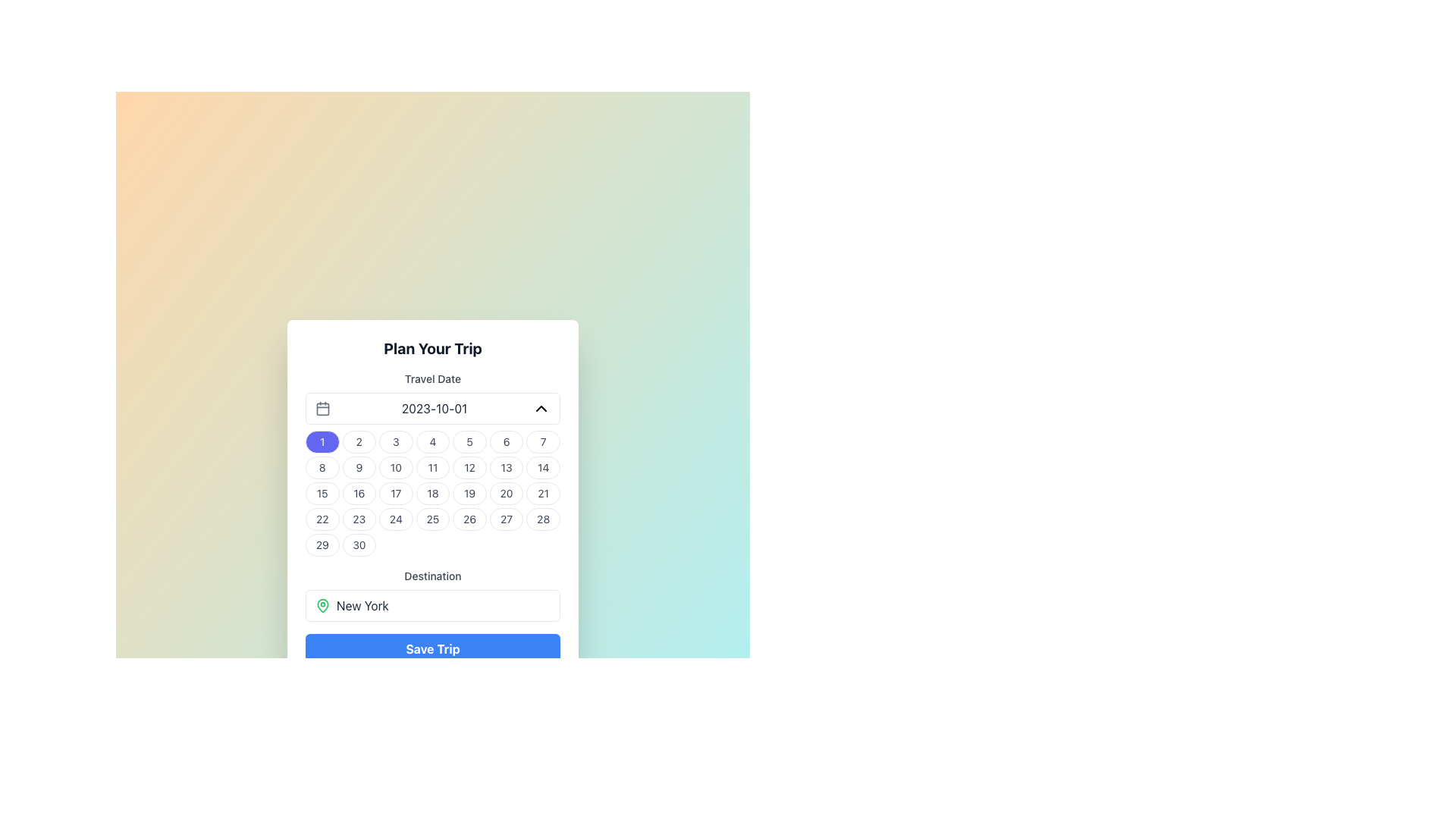  What do you see at coordinates (322, 408) in the screenshot?
I see `details of the calendar icon represented by a square shape with rounded corners, located in the calendar icon group above the 'Travel Date' input field` at bounding box center [322, 408].